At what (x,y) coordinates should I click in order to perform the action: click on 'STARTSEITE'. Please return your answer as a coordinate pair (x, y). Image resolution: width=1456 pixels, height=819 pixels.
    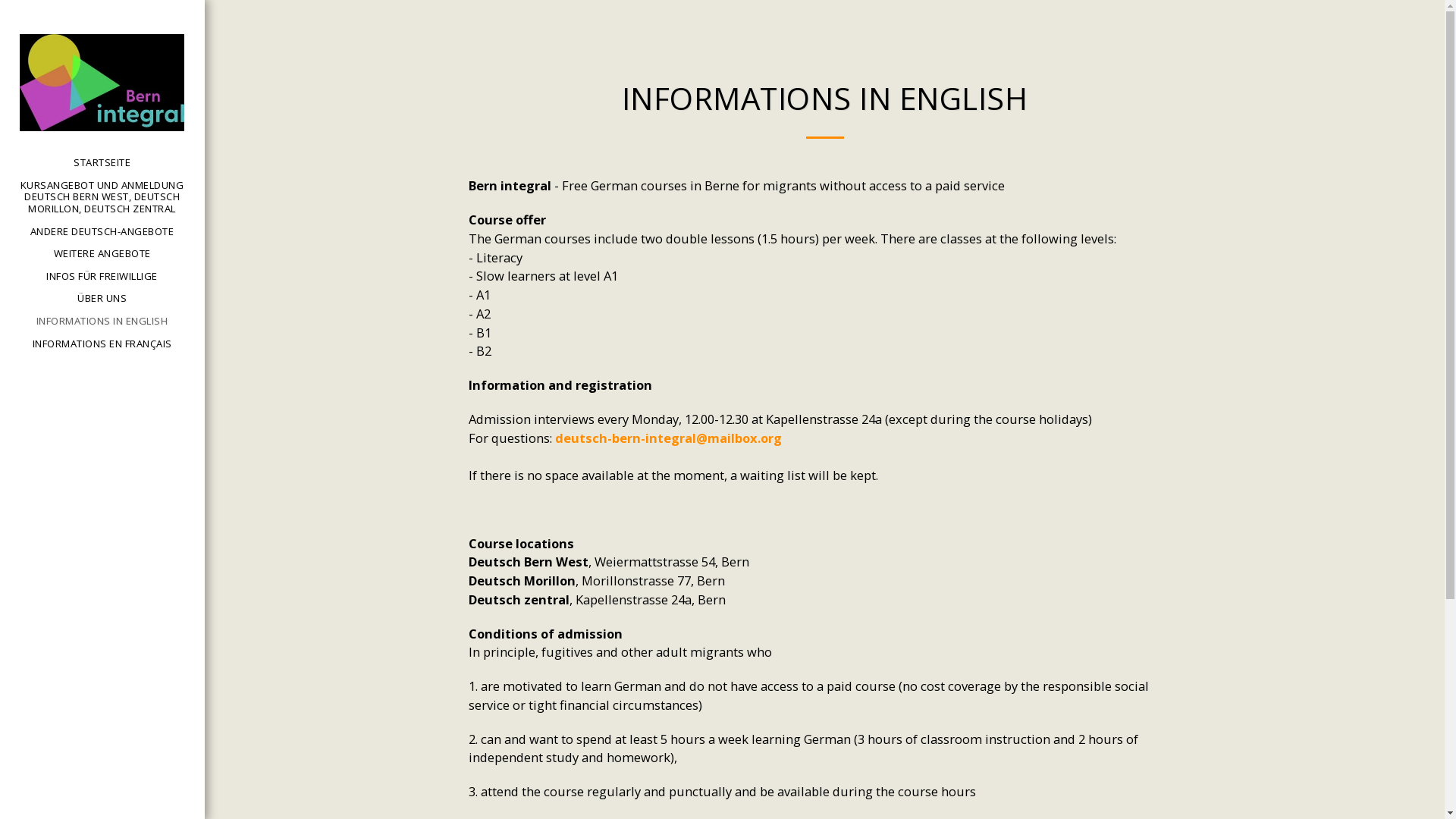
    Looking at the image, I should click on (72, 163).